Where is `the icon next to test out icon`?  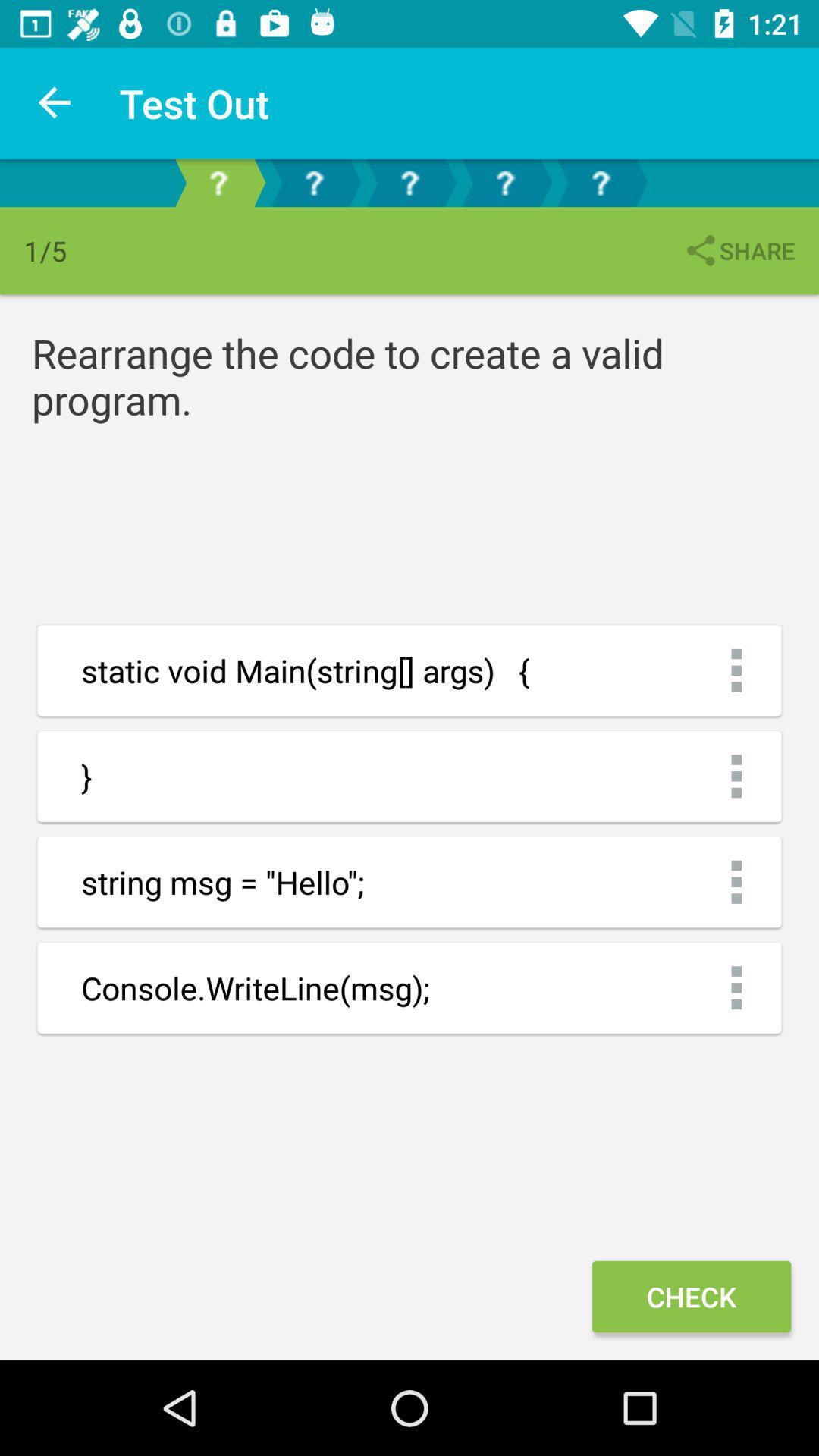 the icon next to test out icon is located at coordinates (55, 102).